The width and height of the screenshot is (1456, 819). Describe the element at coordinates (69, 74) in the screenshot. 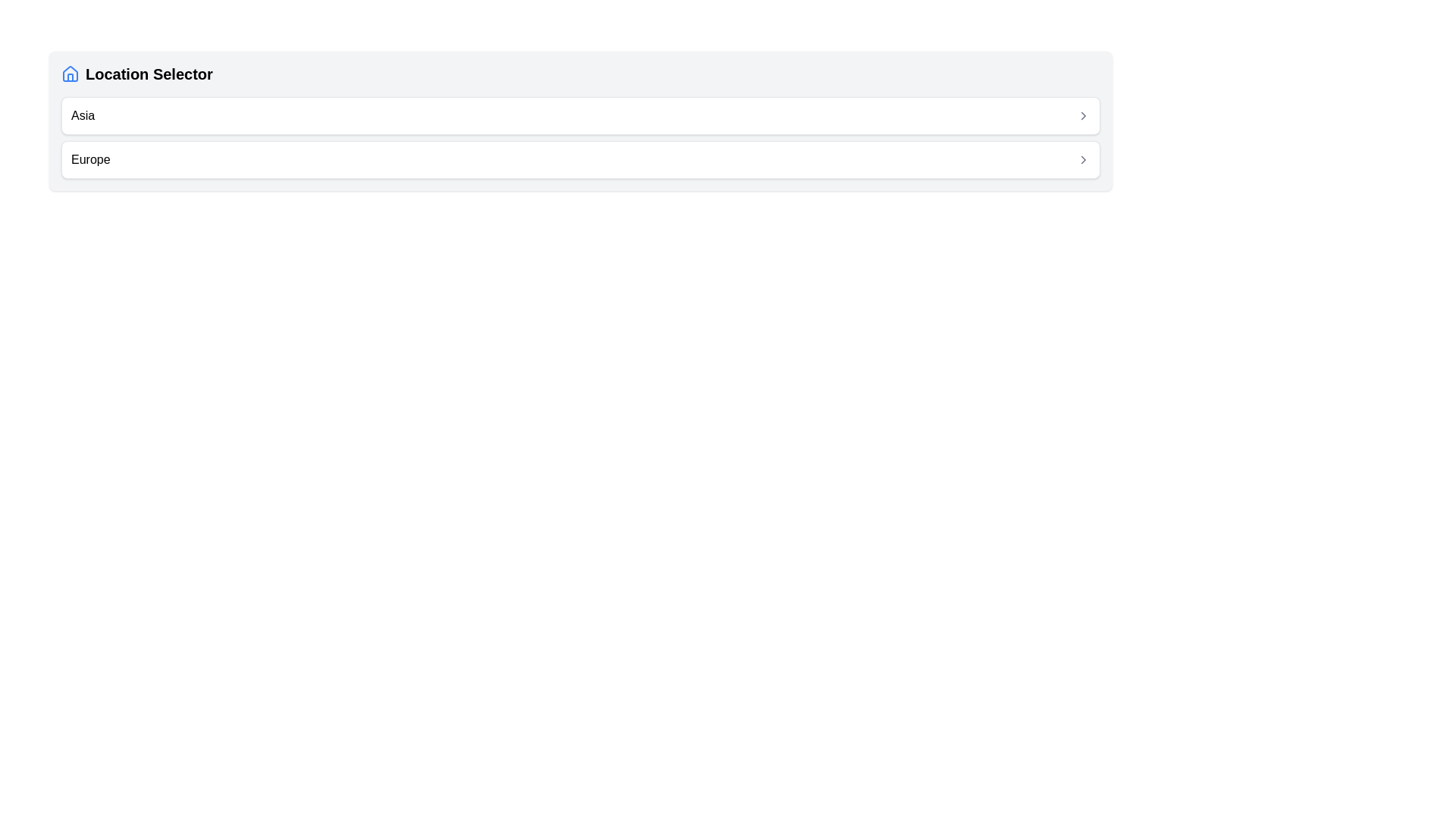

I see `the icon positioned at the top-left corner of the 'Location Selector' section, which serves as a visual indicator for home or base location` at that location.